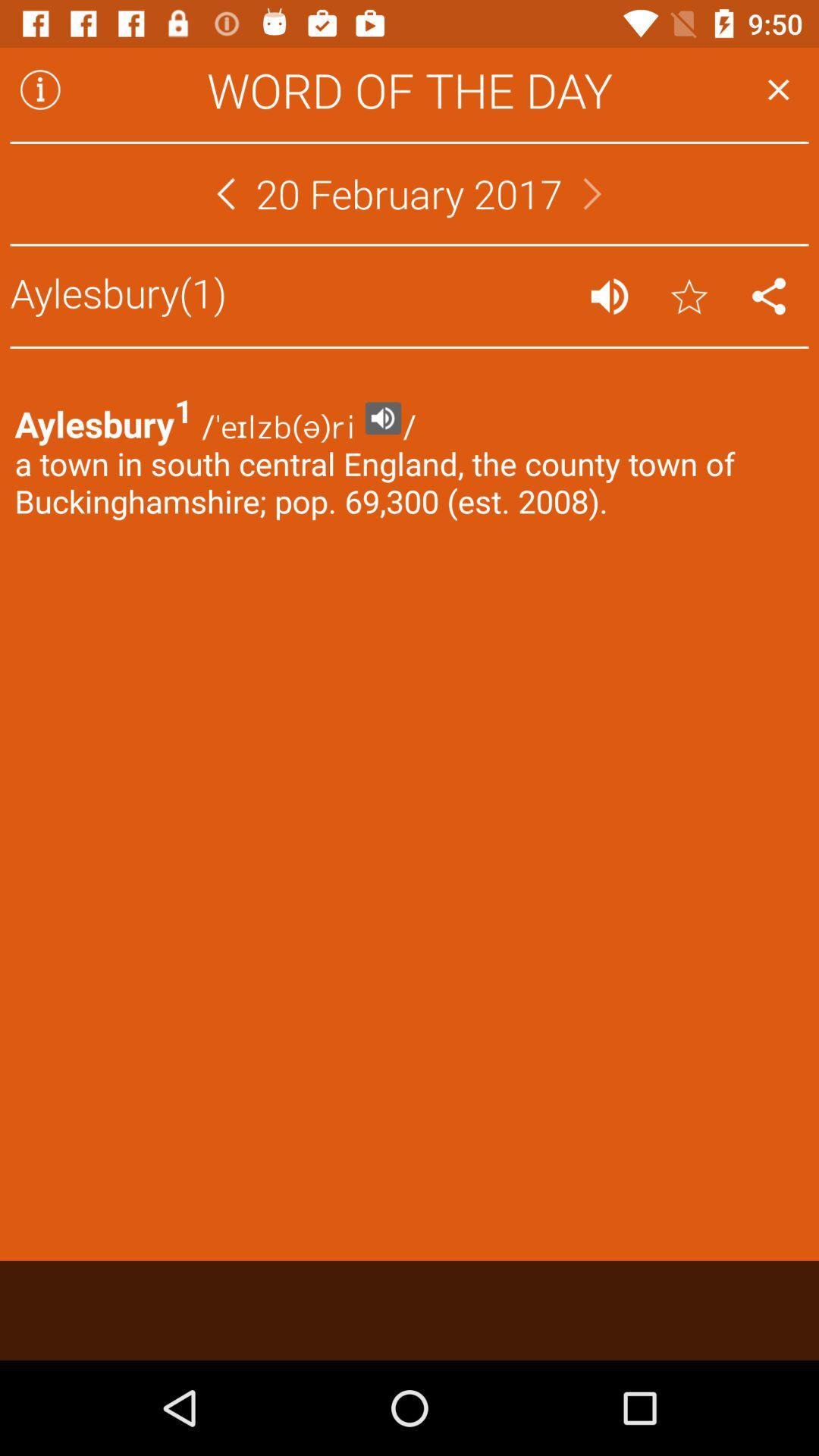 This screenshot has height=1456, width=819. I want to click on item at the center, so click(409, 819).